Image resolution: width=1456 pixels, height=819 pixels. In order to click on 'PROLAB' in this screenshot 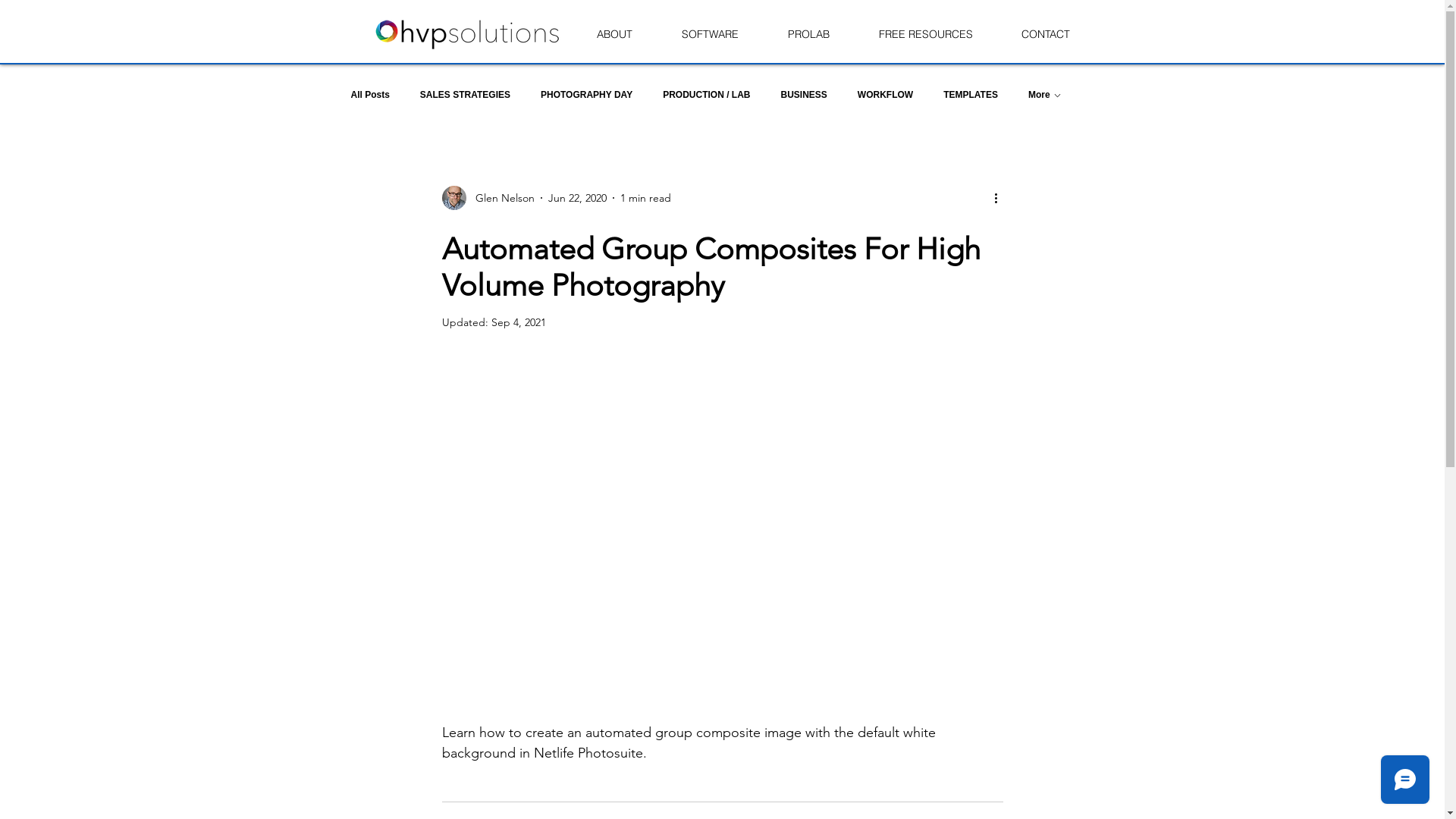, I will do `click(807, 34)`.